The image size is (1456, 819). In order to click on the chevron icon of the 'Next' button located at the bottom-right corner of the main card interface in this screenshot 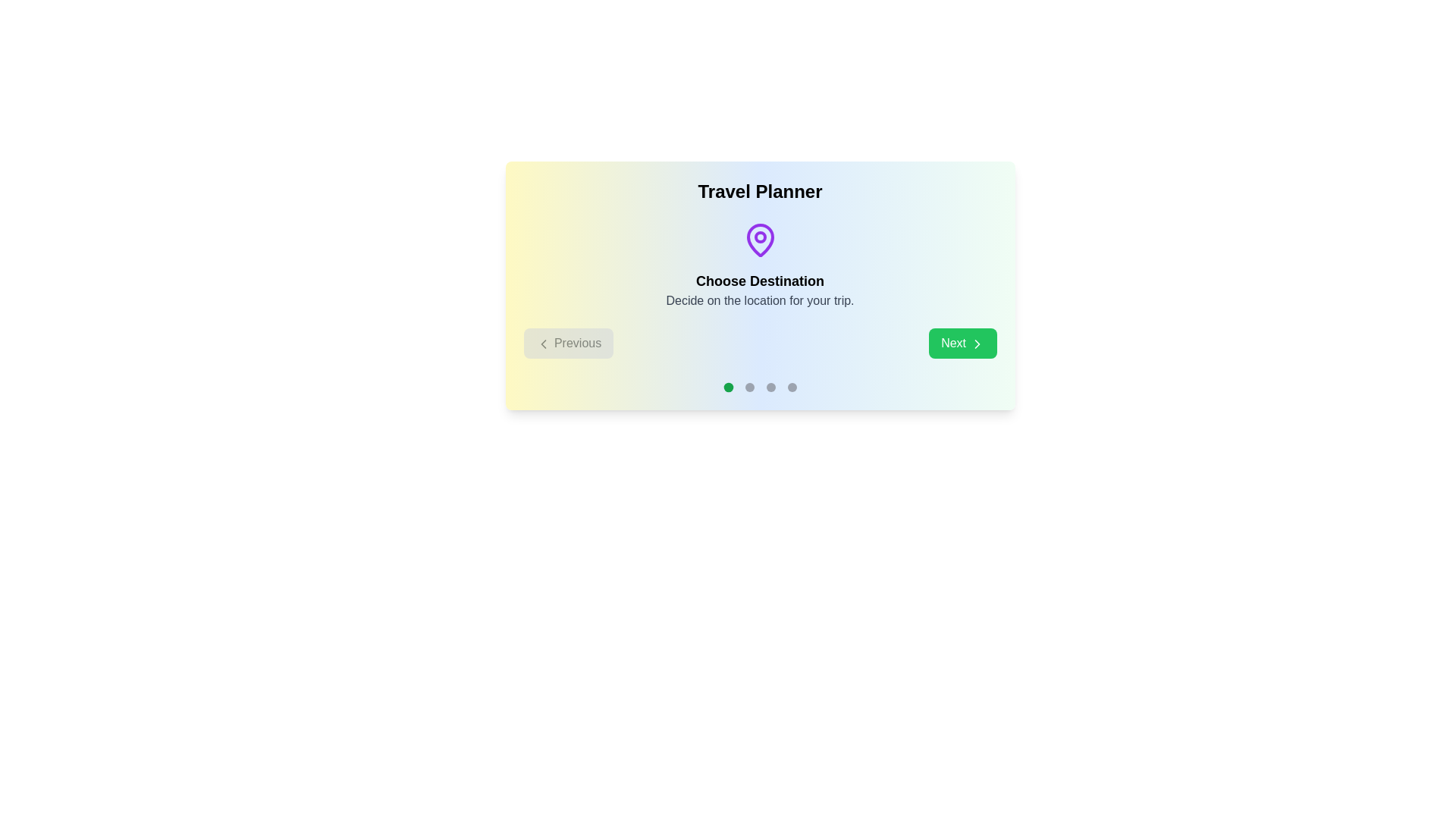, I will do `click(977, 344)`.